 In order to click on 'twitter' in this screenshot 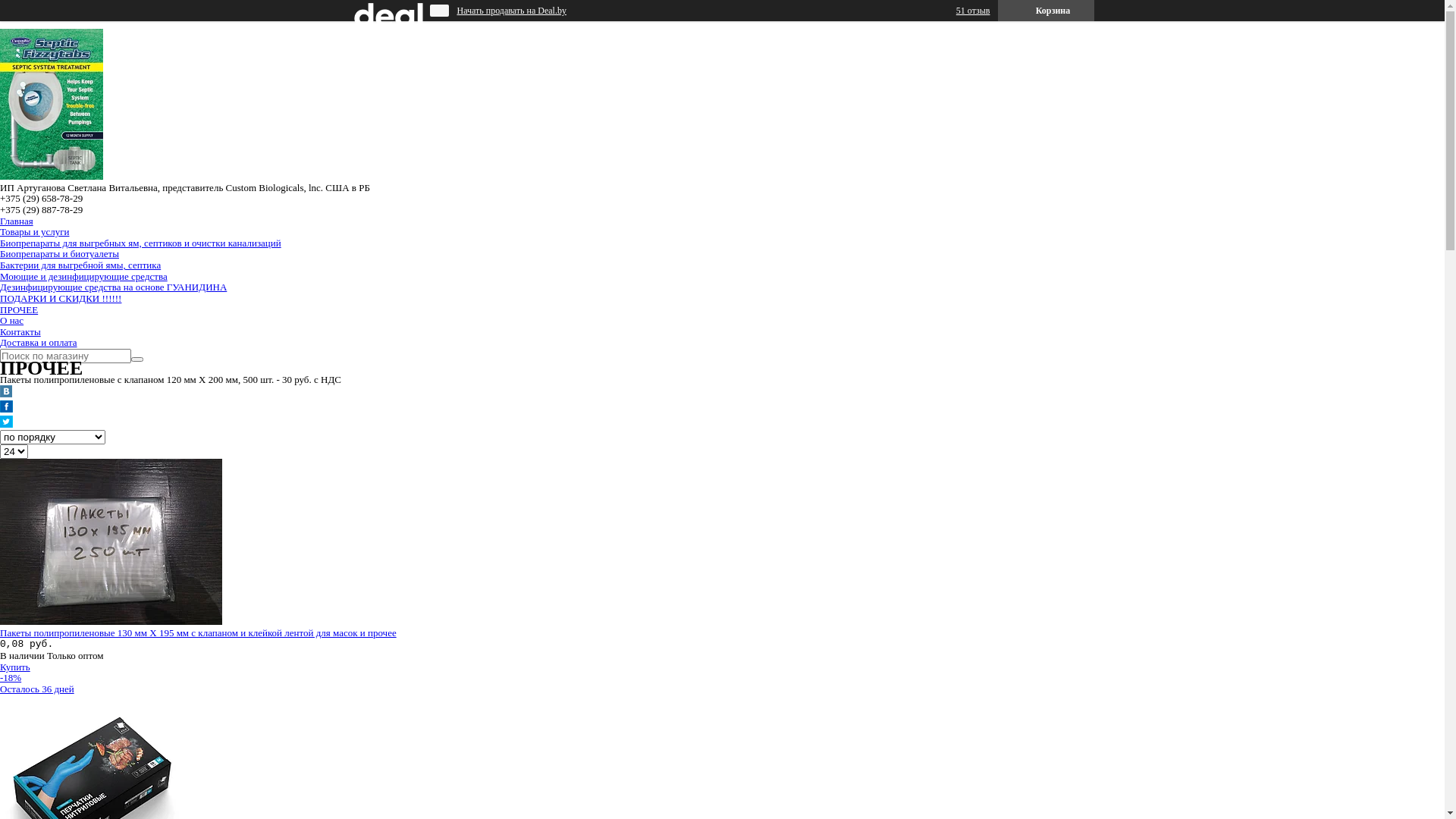, I will do `click(6, 424)`.